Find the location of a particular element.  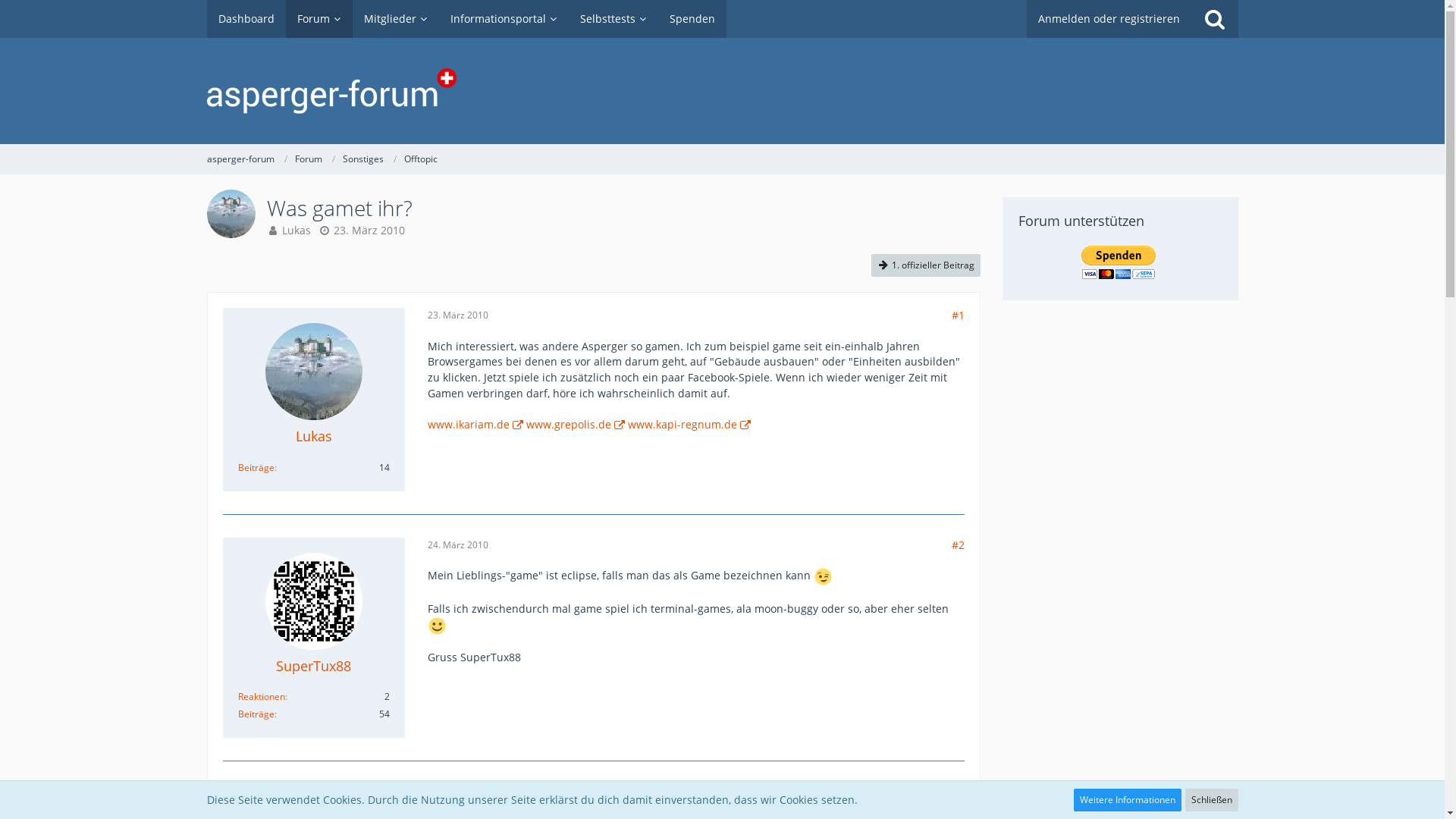

'PayPal - Spenden' is located at coordinates (1118, 262).